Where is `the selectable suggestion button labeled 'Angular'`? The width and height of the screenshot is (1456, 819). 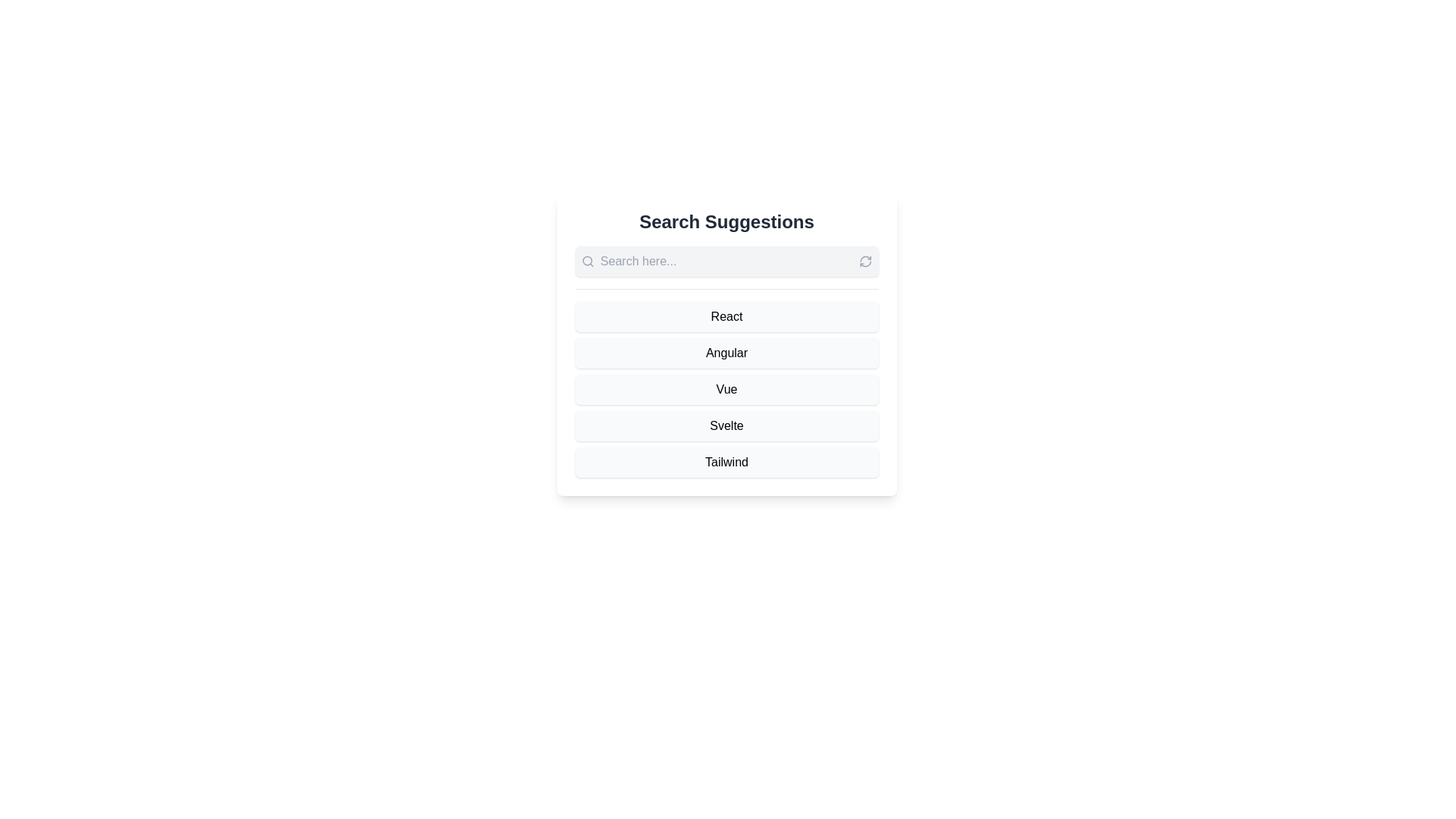
the selectable suggestion button labeled 'Angular' is located at coordinates (726, 344).